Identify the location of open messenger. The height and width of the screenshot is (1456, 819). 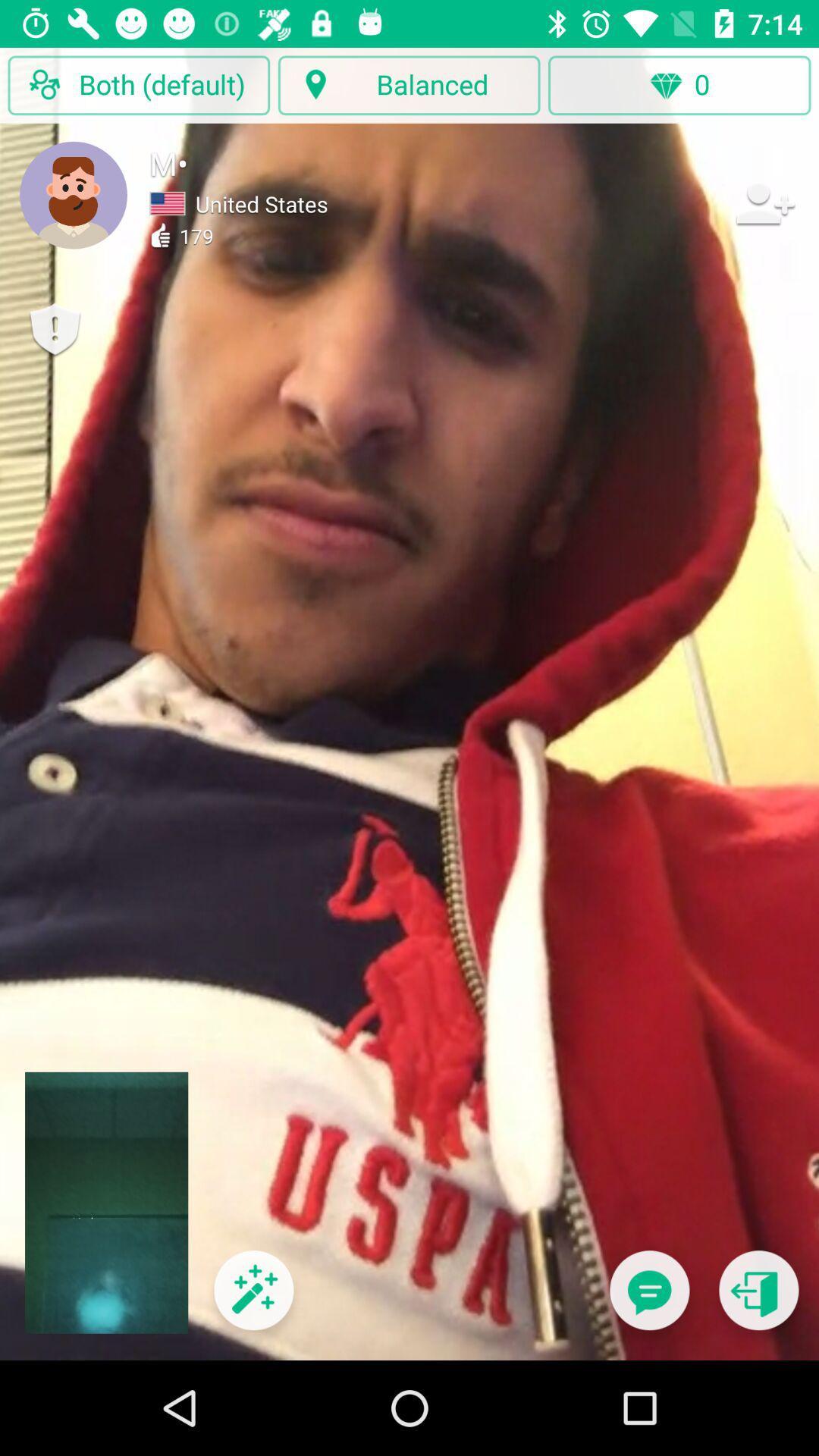
(648, 1299).